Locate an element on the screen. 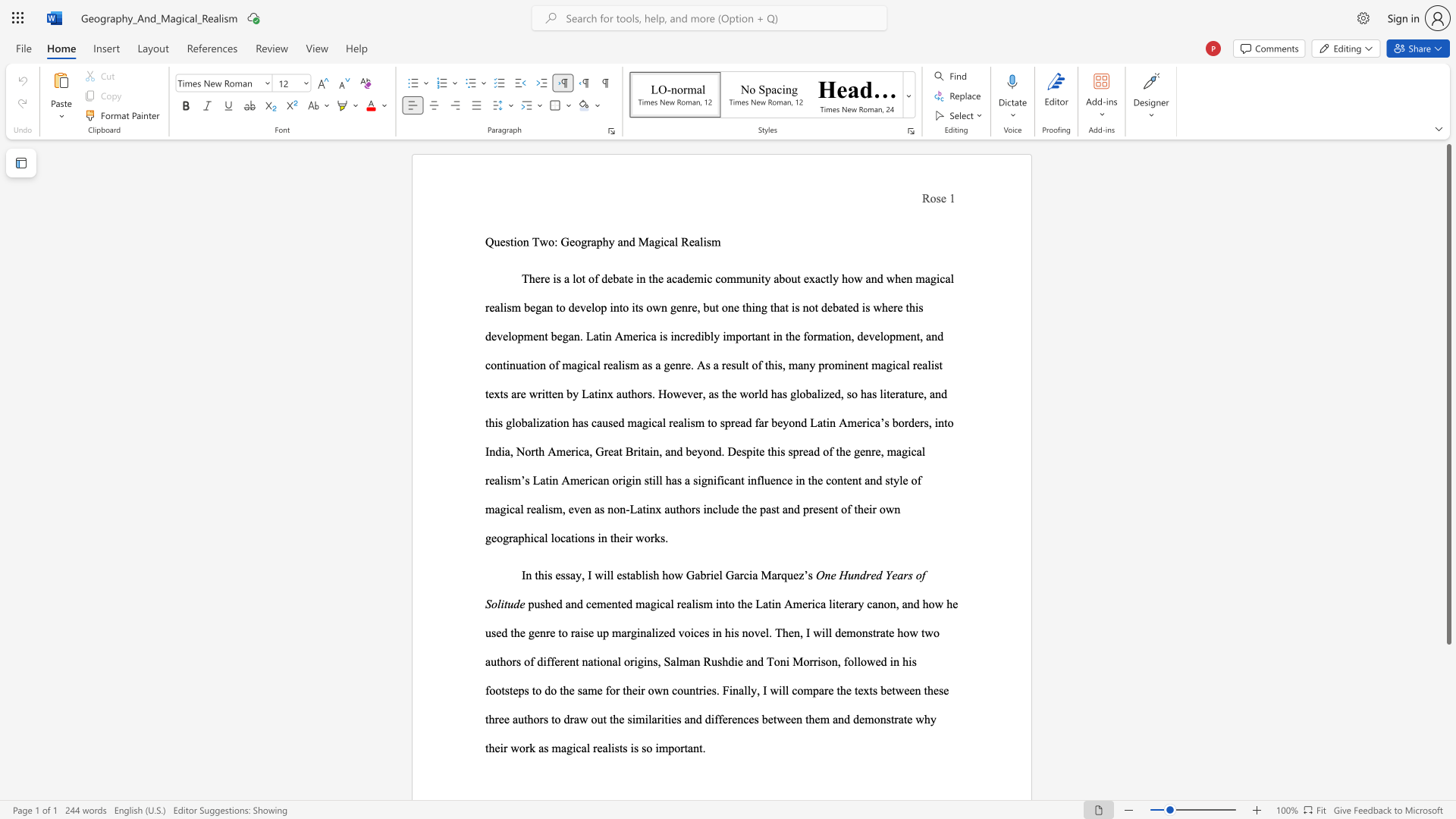 Image resolution: width=1456 pixels, height=819 pixels. the scrollbar to scroll downward is located at coordinates (1448, 773).